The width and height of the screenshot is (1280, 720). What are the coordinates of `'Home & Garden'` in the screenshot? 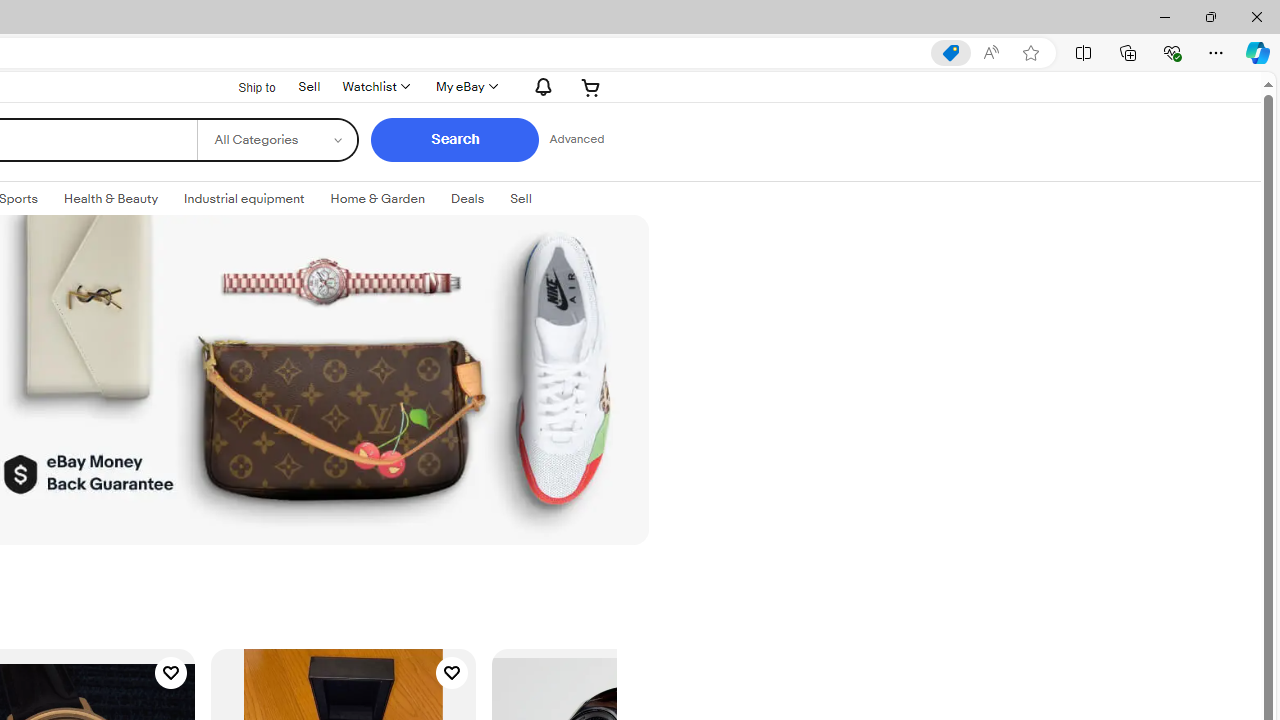 It's located at (377, 199).